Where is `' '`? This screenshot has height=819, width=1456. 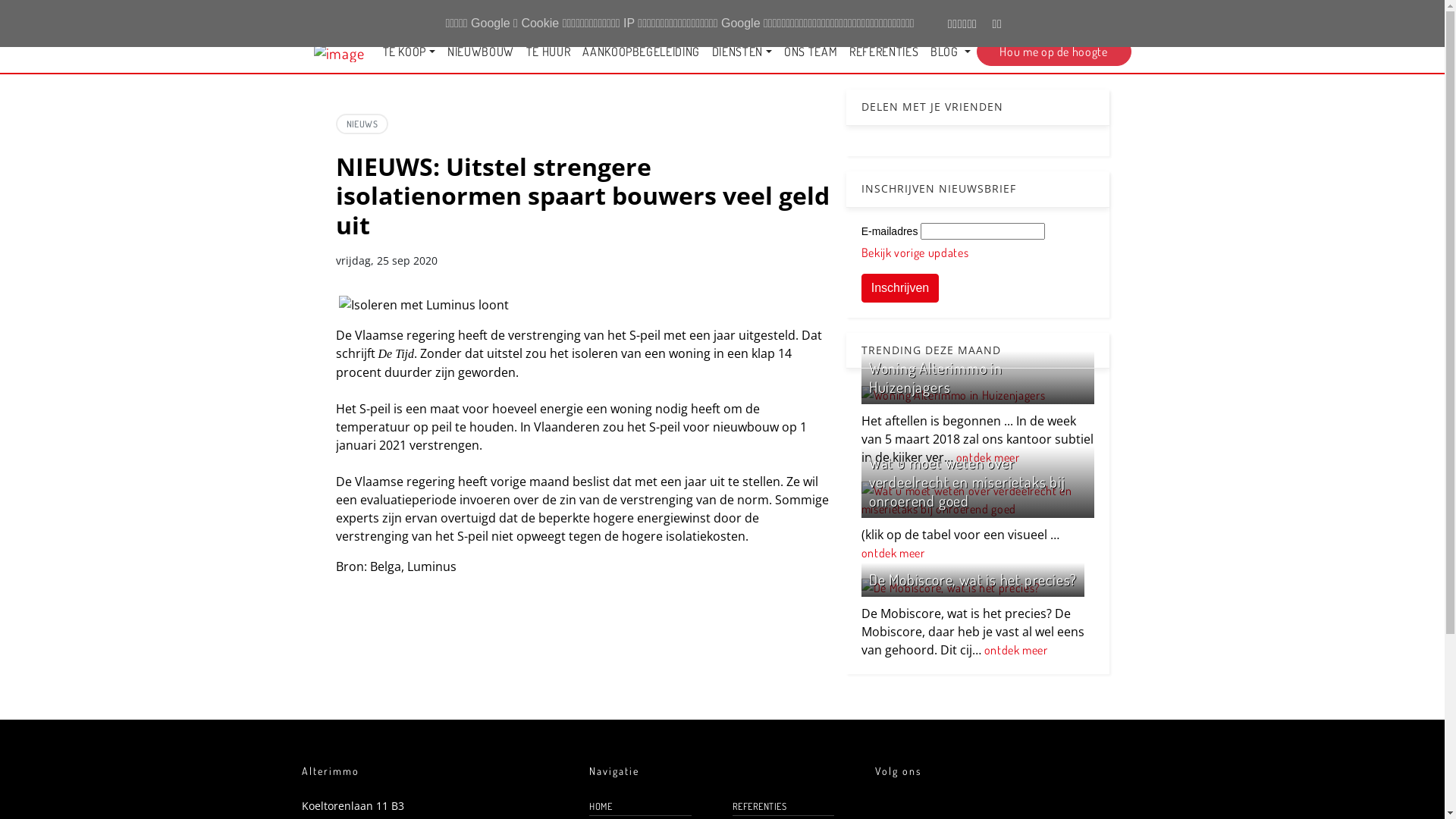
' ' is located at coordinates (1112, 14).